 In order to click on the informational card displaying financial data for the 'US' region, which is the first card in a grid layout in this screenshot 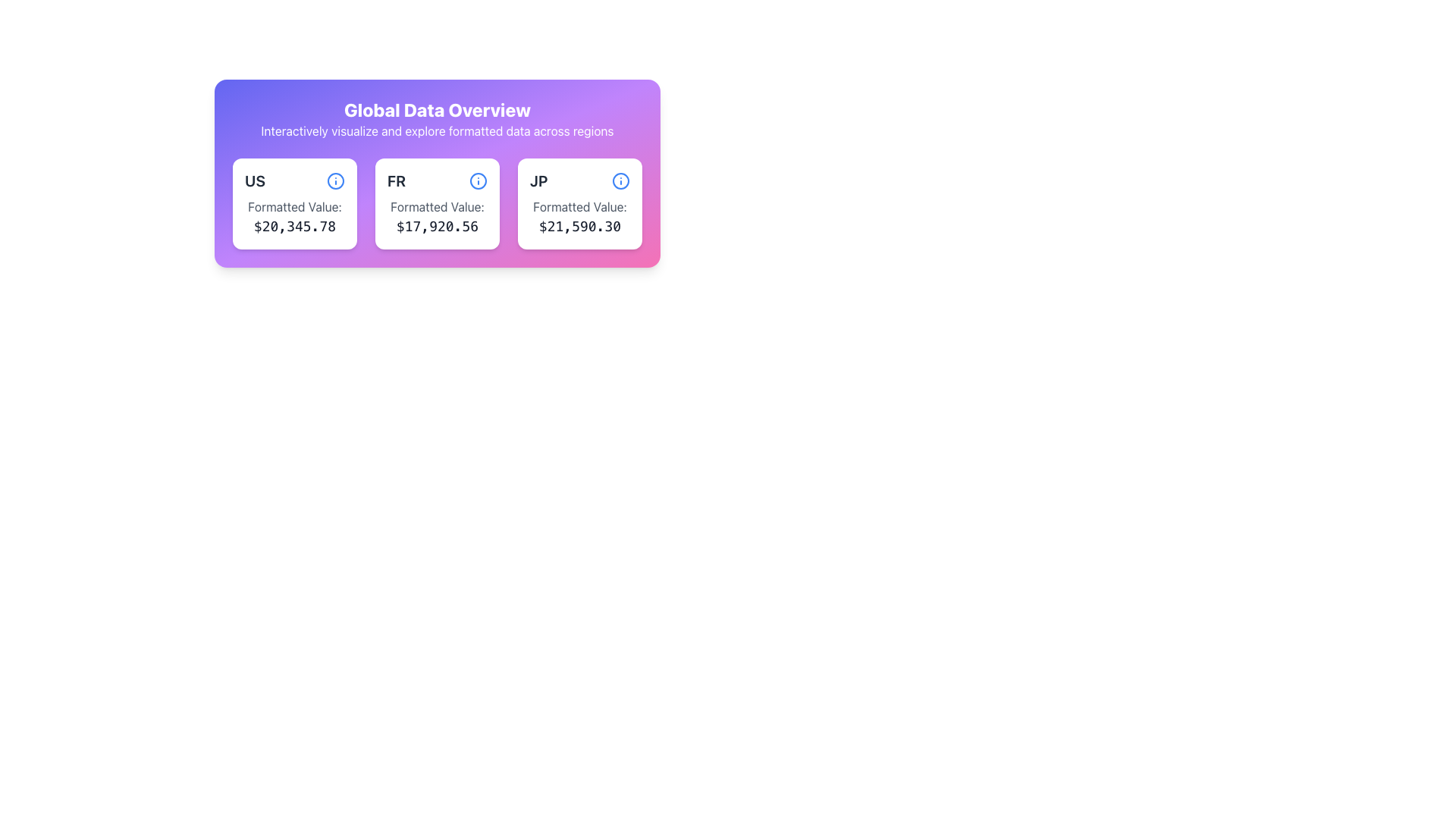, I will do `click(294, 203)`.